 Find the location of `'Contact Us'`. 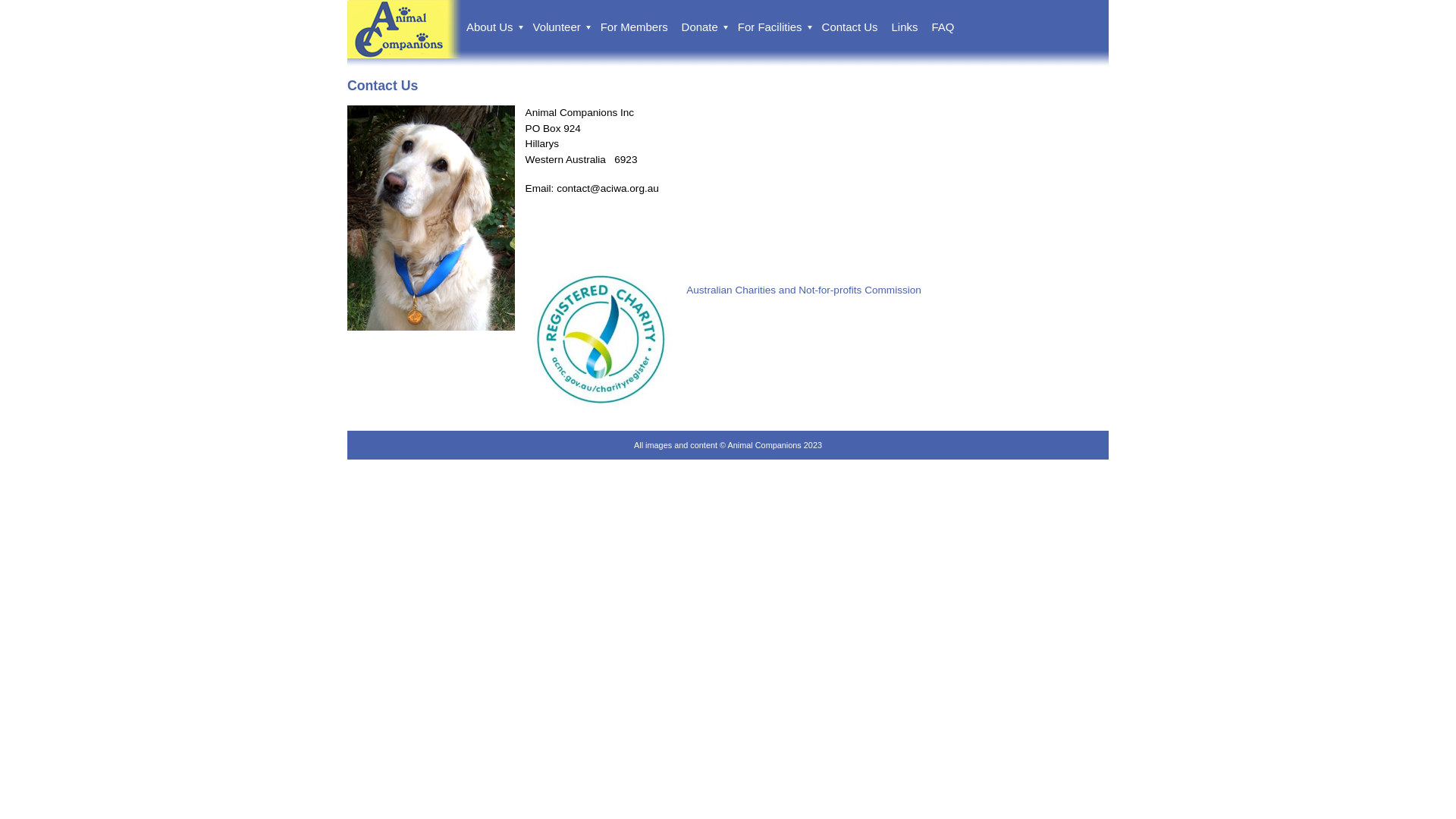

'Contact Us' is located at coordinates (852, 27).